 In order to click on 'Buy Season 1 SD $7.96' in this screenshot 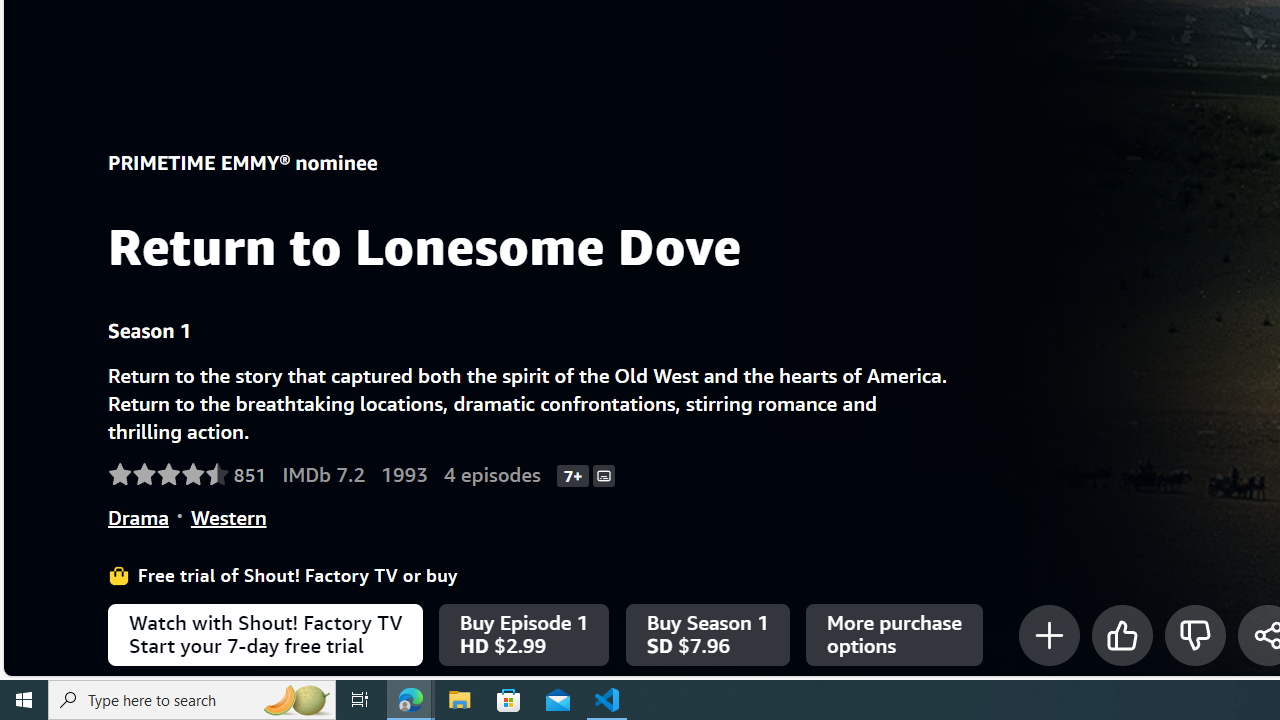, I will do `click(707, 635)`.